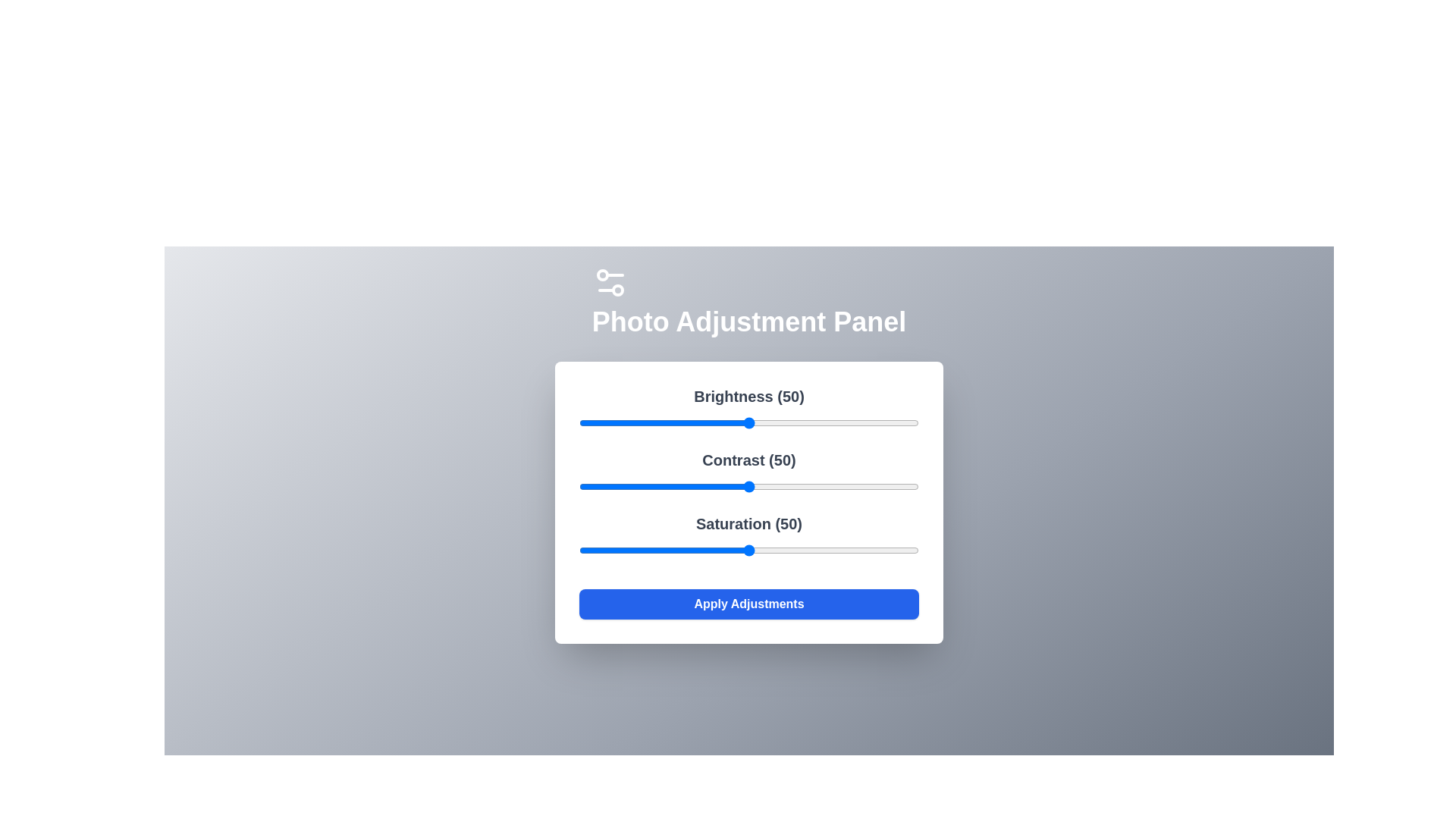 The image size is (1456, 819). I want to click on the 0 slider to 35, so click(697, 423).